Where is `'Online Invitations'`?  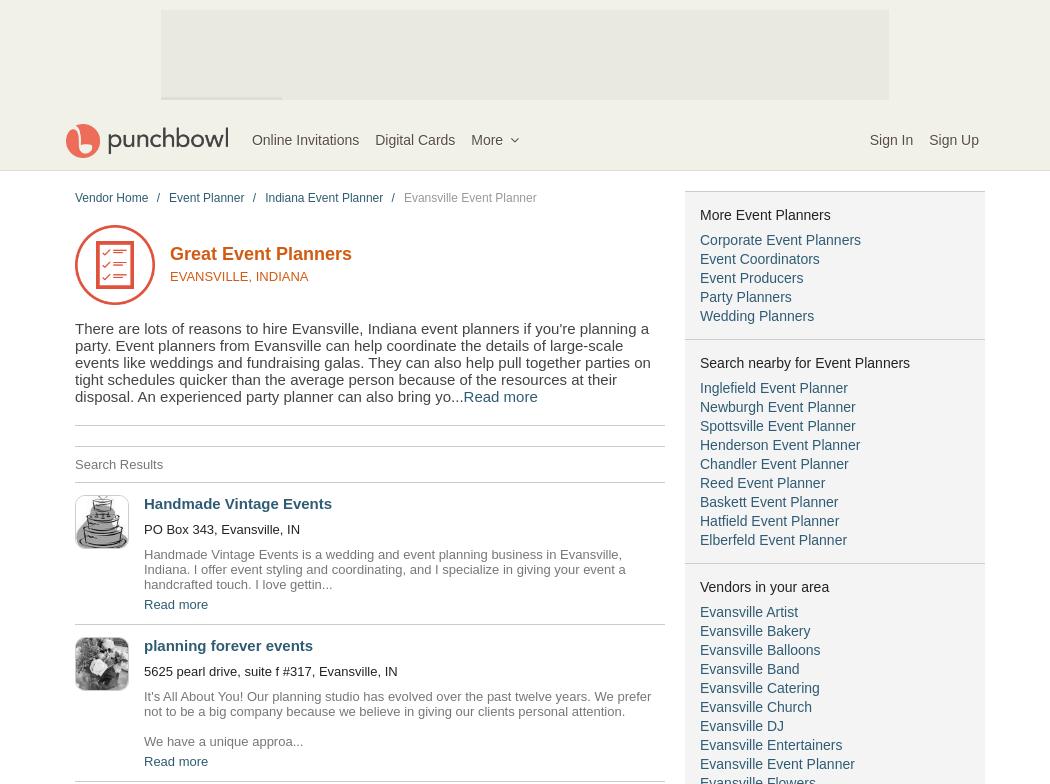
'Online Invitations' is located at coordinates (305, 140).